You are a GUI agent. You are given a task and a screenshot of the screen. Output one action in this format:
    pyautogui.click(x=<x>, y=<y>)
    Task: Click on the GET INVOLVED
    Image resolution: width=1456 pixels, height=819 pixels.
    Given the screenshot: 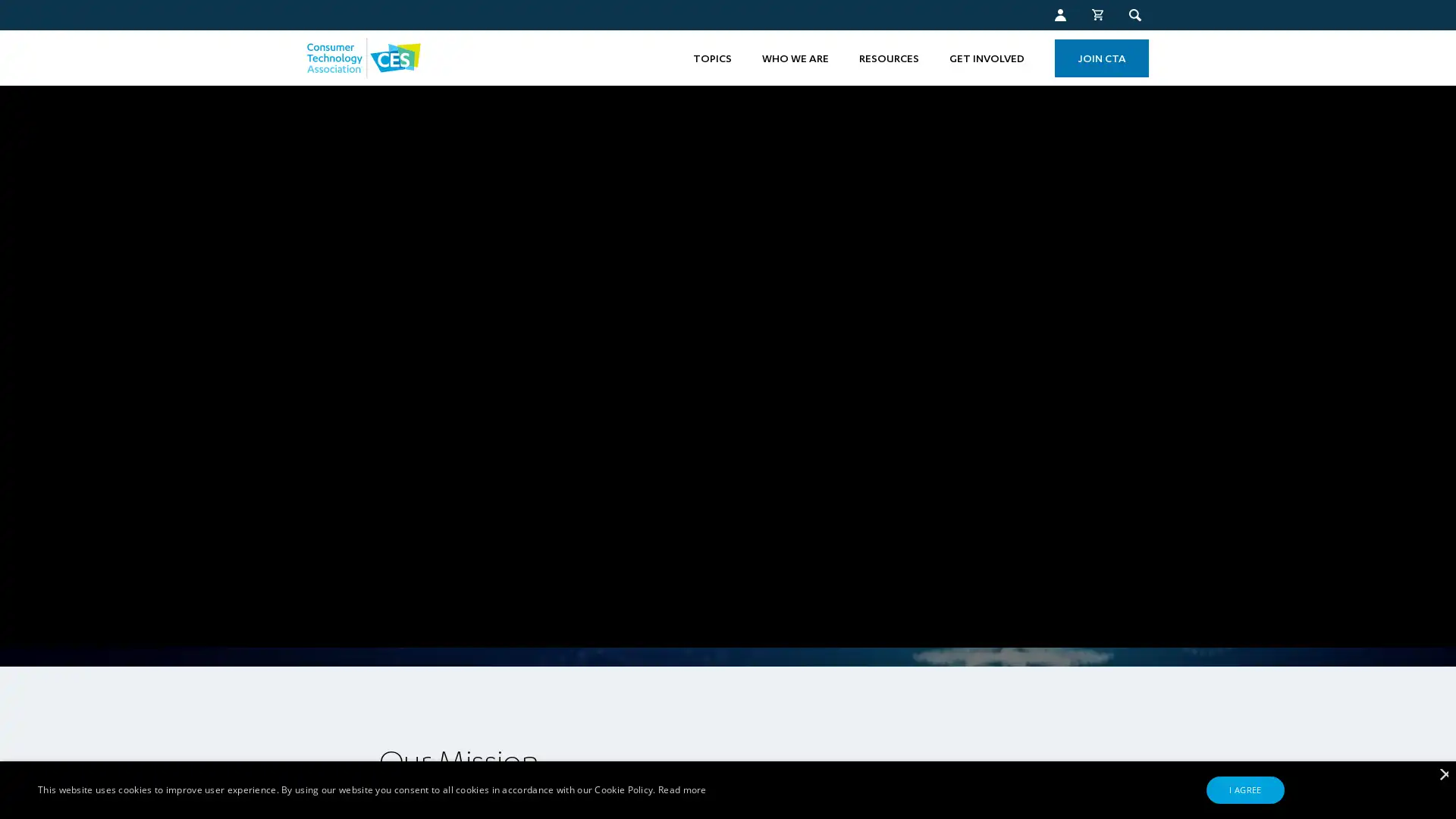 What is the action you would take?
    pyautogui.click(x=987, y=57)
    